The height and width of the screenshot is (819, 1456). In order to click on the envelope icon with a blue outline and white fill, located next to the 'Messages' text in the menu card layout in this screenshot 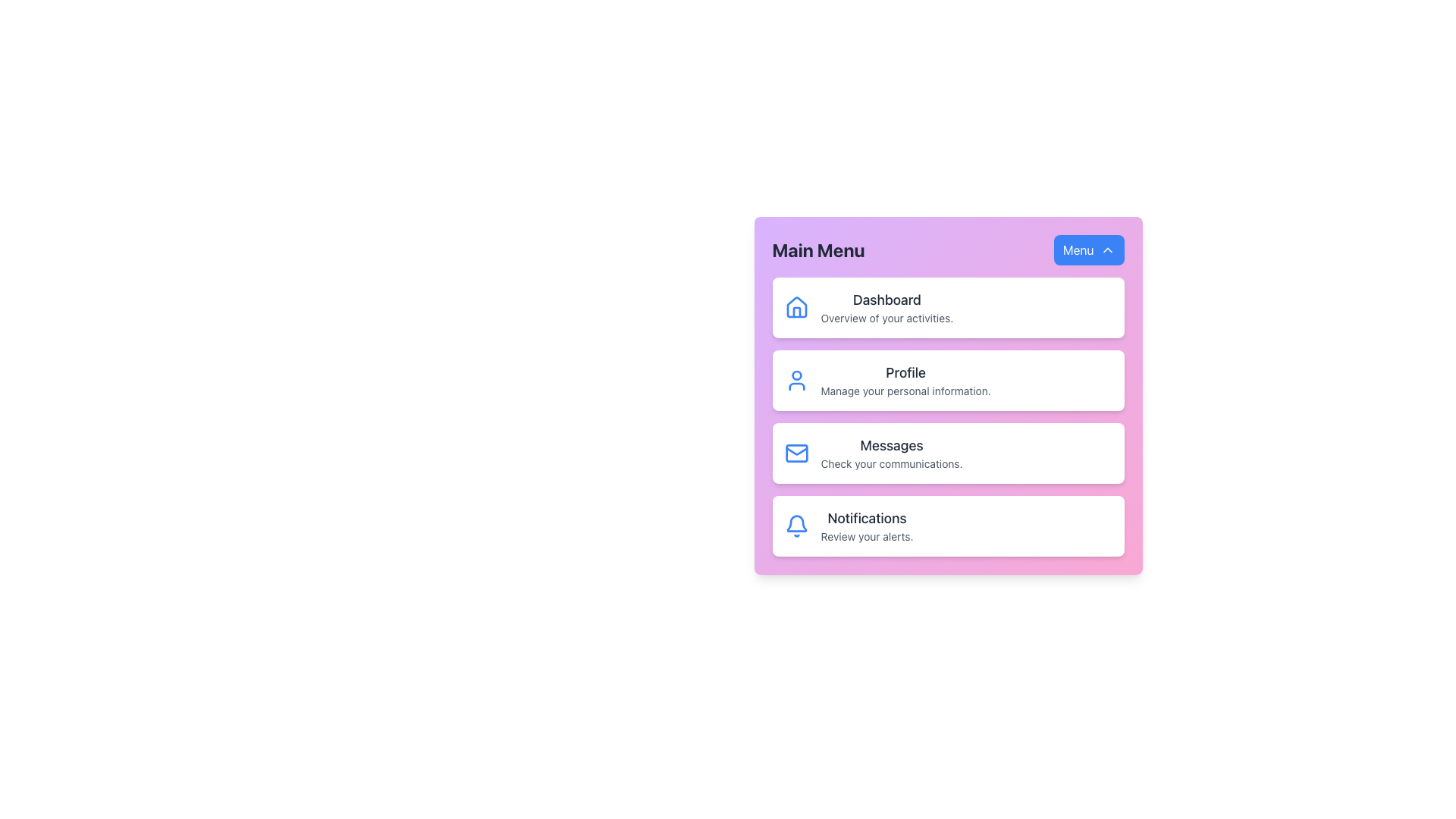, I will do `click(795, 452)`.